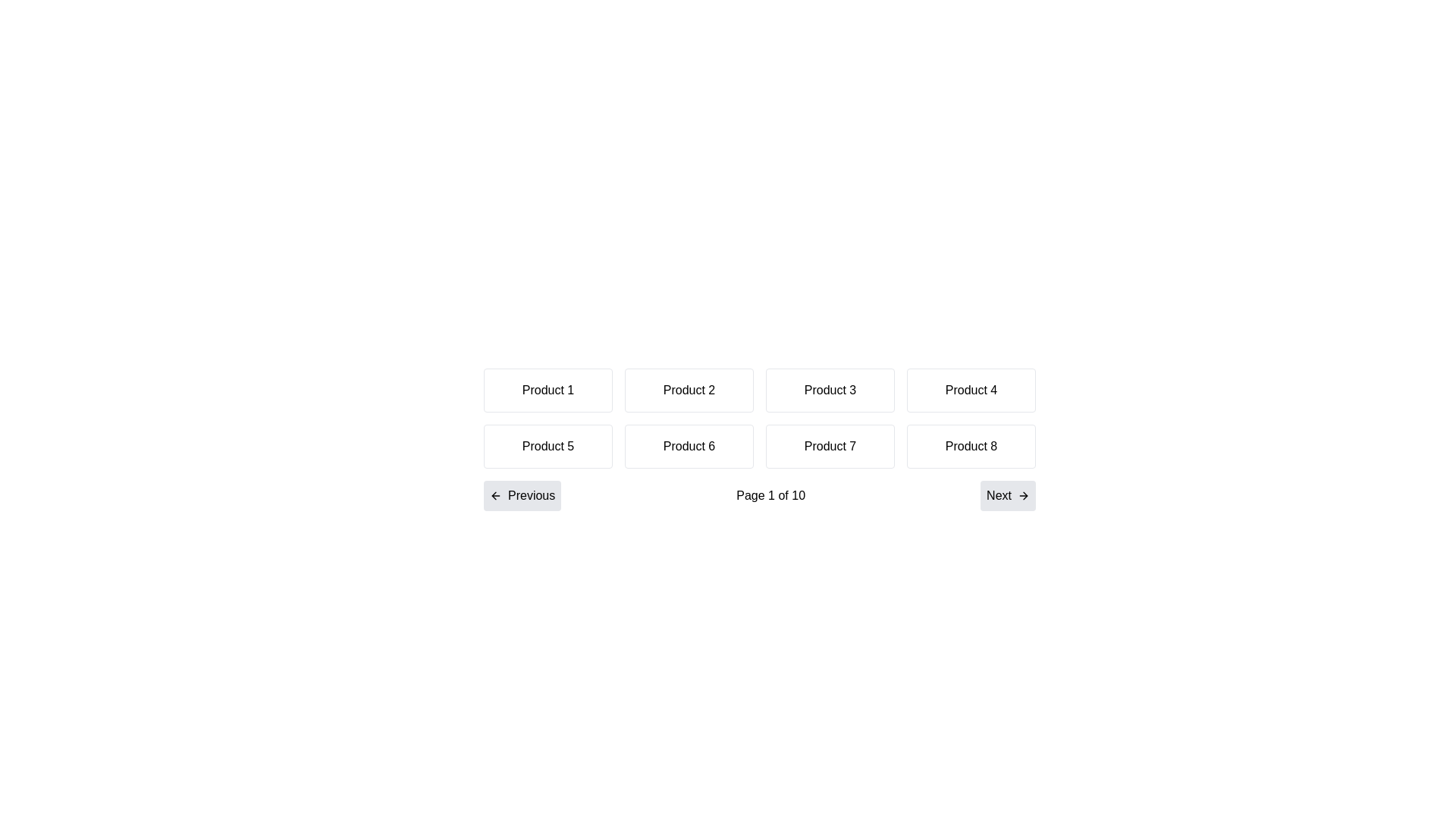 The height and width of the screenshot is (819, 1456). What do you see at coordinates (688, 446) in the screenshot?
I see `the labeled box containing the text 'Product 6', which is positioned in the second row and second column of a 4-column grid layout` at bounding box center [688, 446].